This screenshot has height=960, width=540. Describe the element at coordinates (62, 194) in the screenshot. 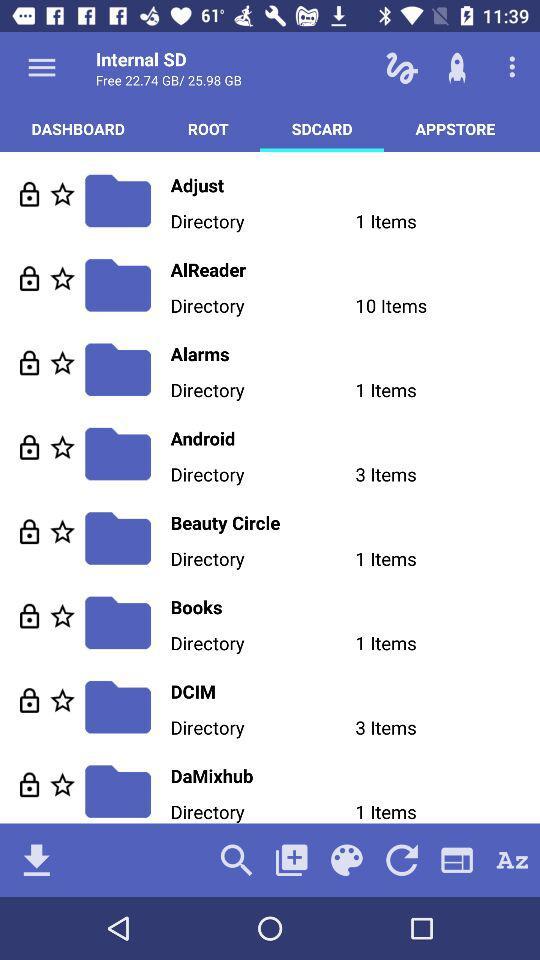

I see `favourite` at that location.